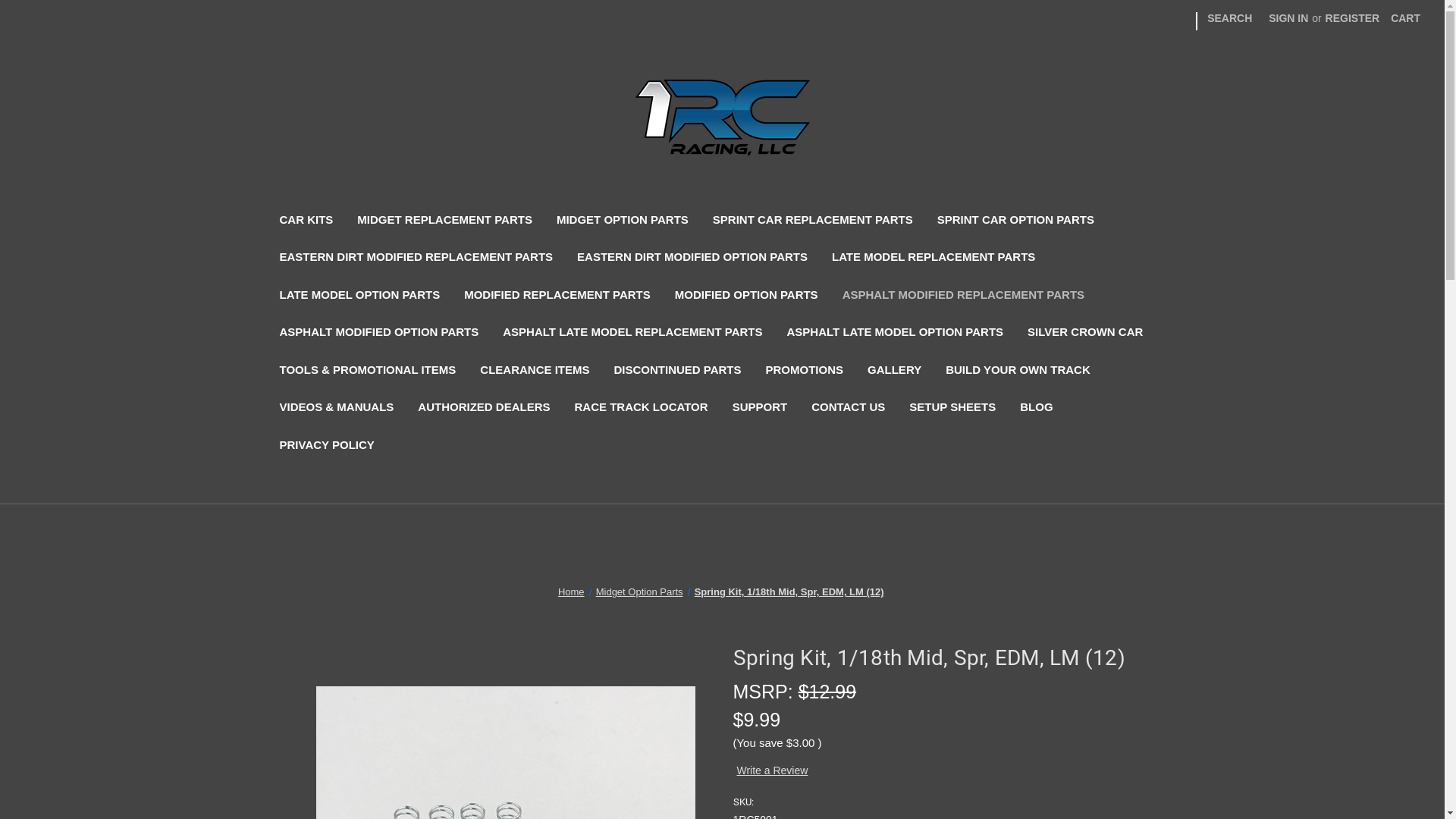 This screenshot has height=819, width=1456. I want to click on 'BUILD YOUR OWN TRACK', so click(1018, 372).